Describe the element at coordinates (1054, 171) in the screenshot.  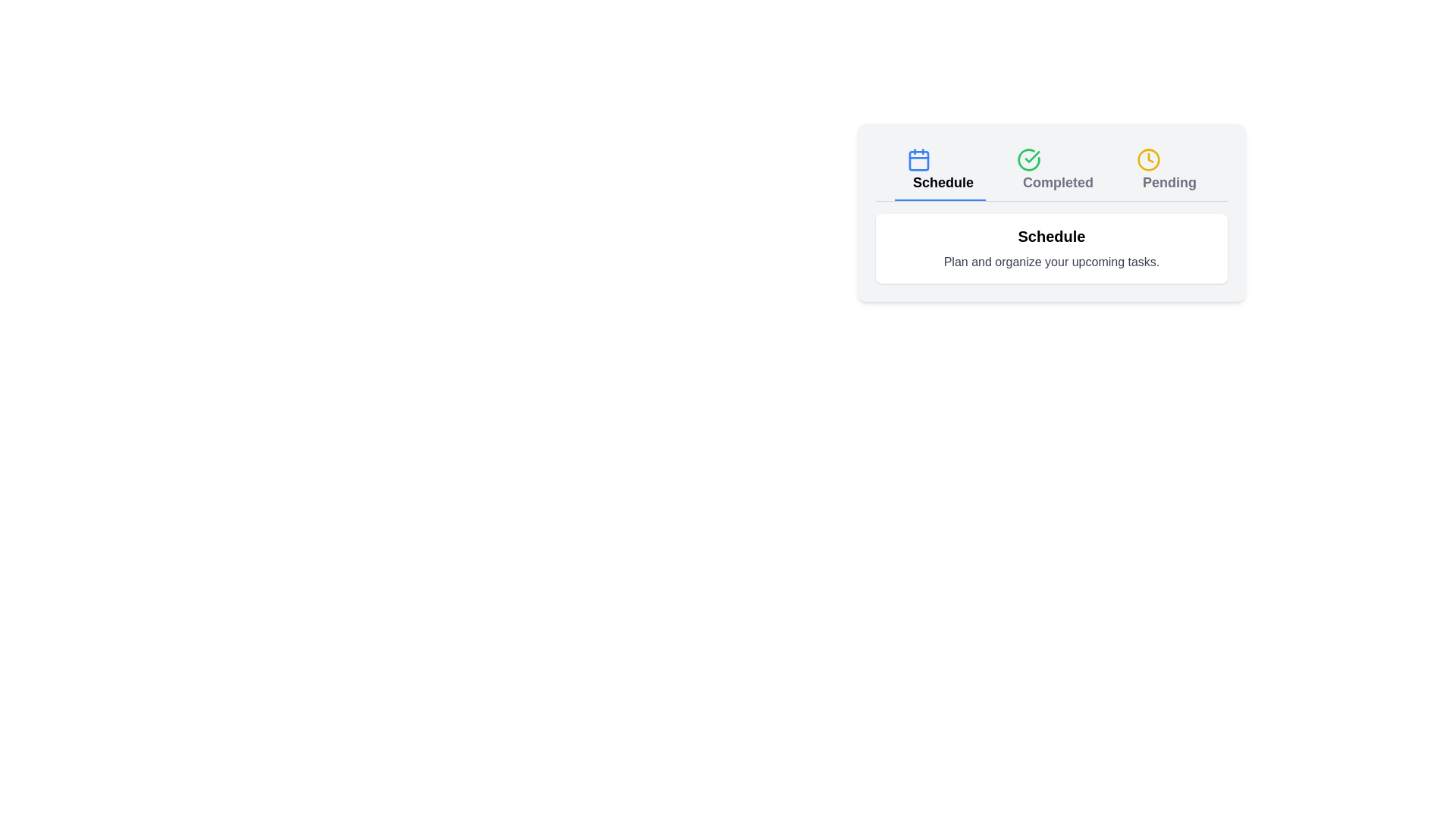
I see `the tab button corresponding to Completed` at that location.